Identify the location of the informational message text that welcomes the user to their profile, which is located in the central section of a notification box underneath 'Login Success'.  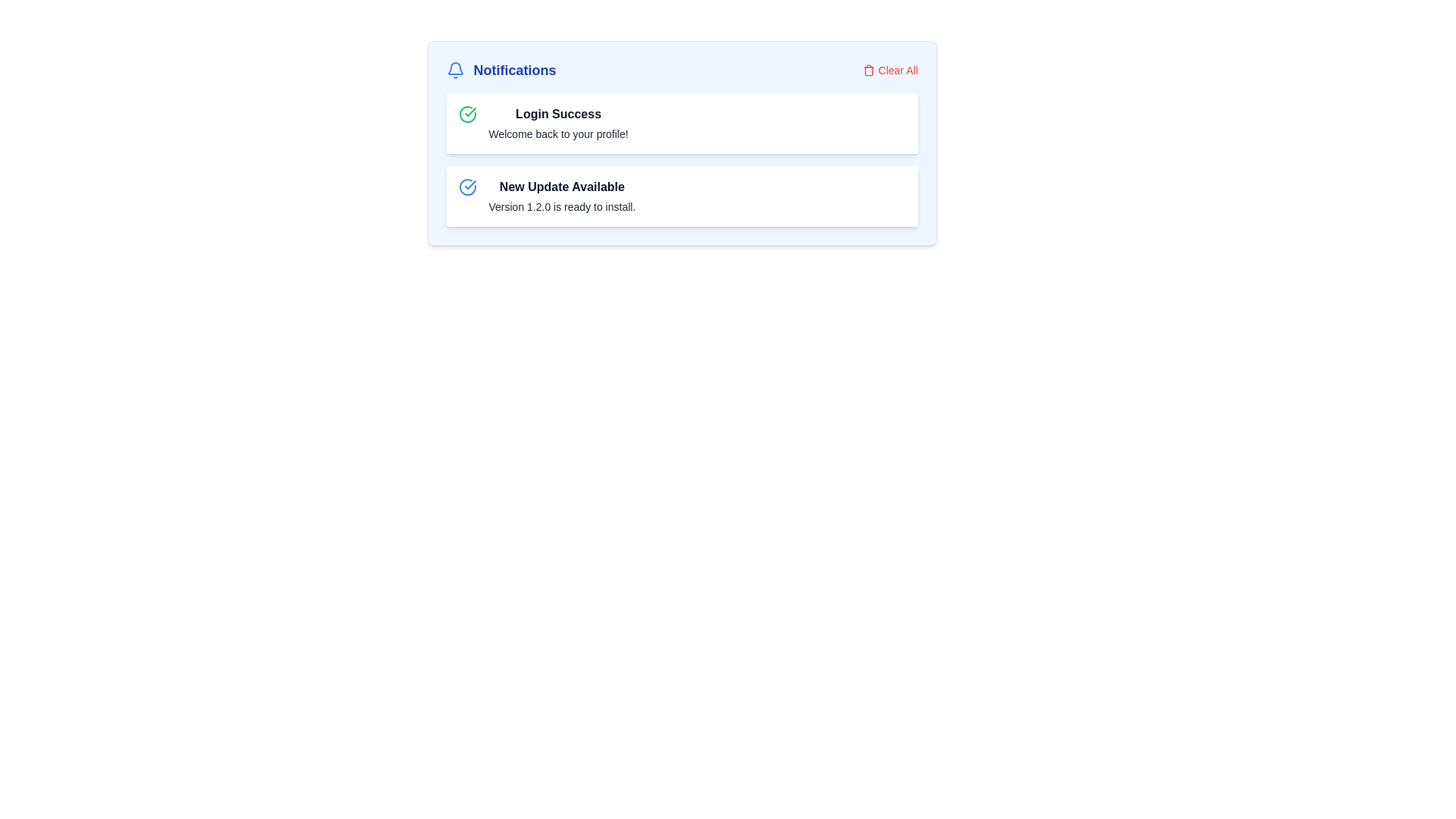
(557, 133).